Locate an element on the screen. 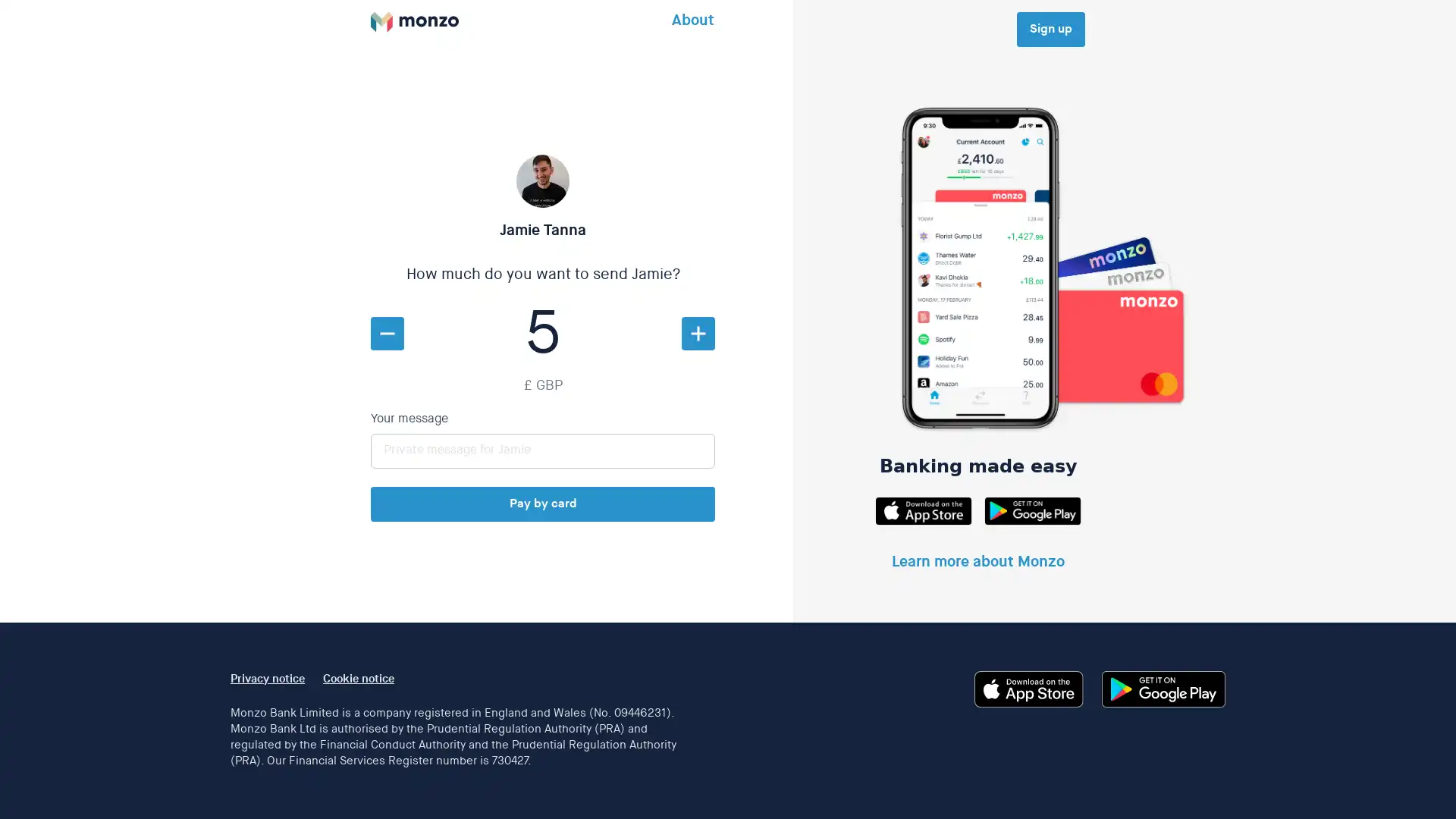 This screenshot has width=1456, height=819. Decrease amount is located at coordinates (387, 332).